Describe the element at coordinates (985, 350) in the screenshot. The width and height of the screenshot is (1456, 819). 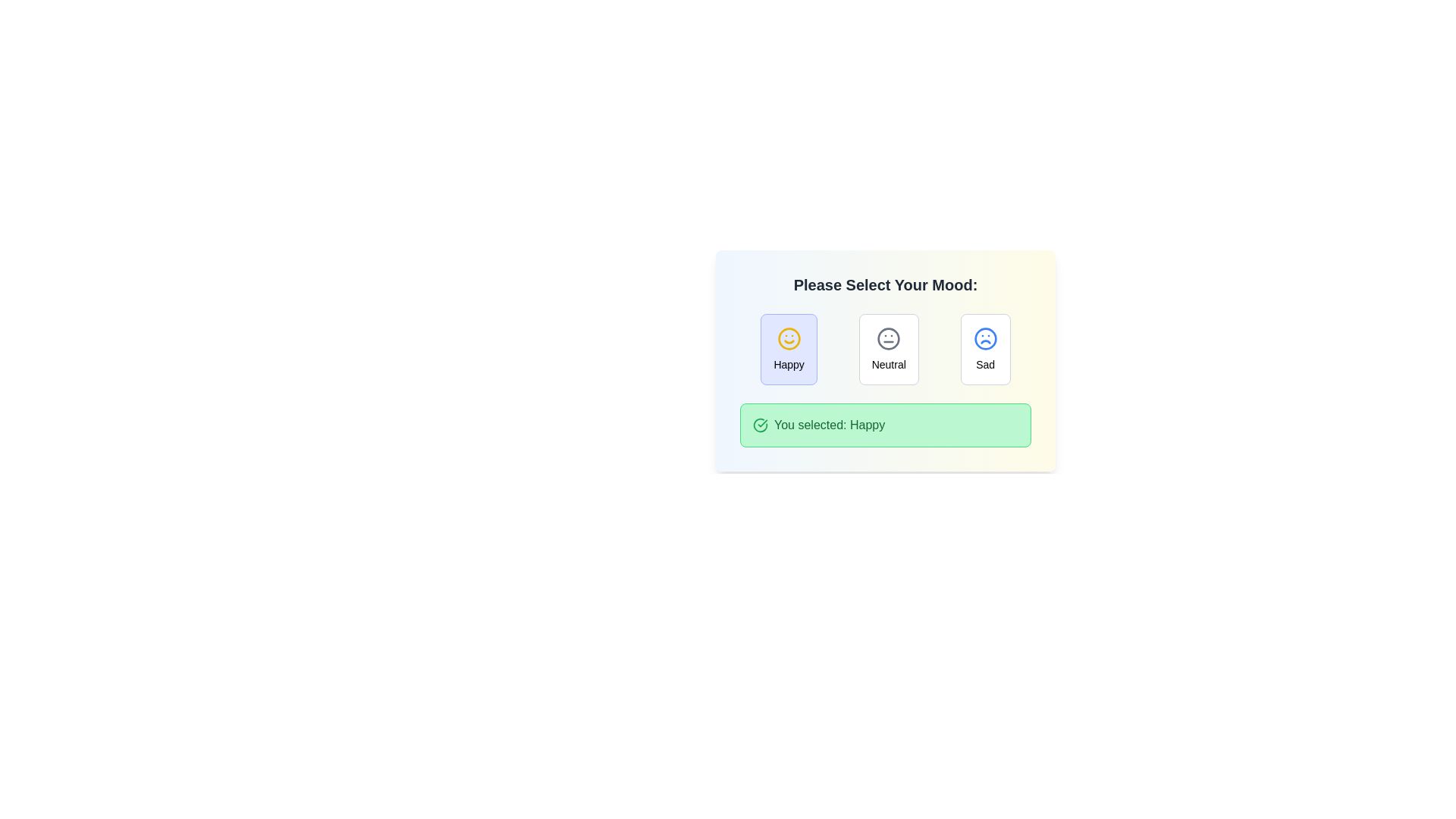
I see `the rounded rectangle button with a white background and gray border that contains a blue sad face icon and the text 'Sad'` at that location.